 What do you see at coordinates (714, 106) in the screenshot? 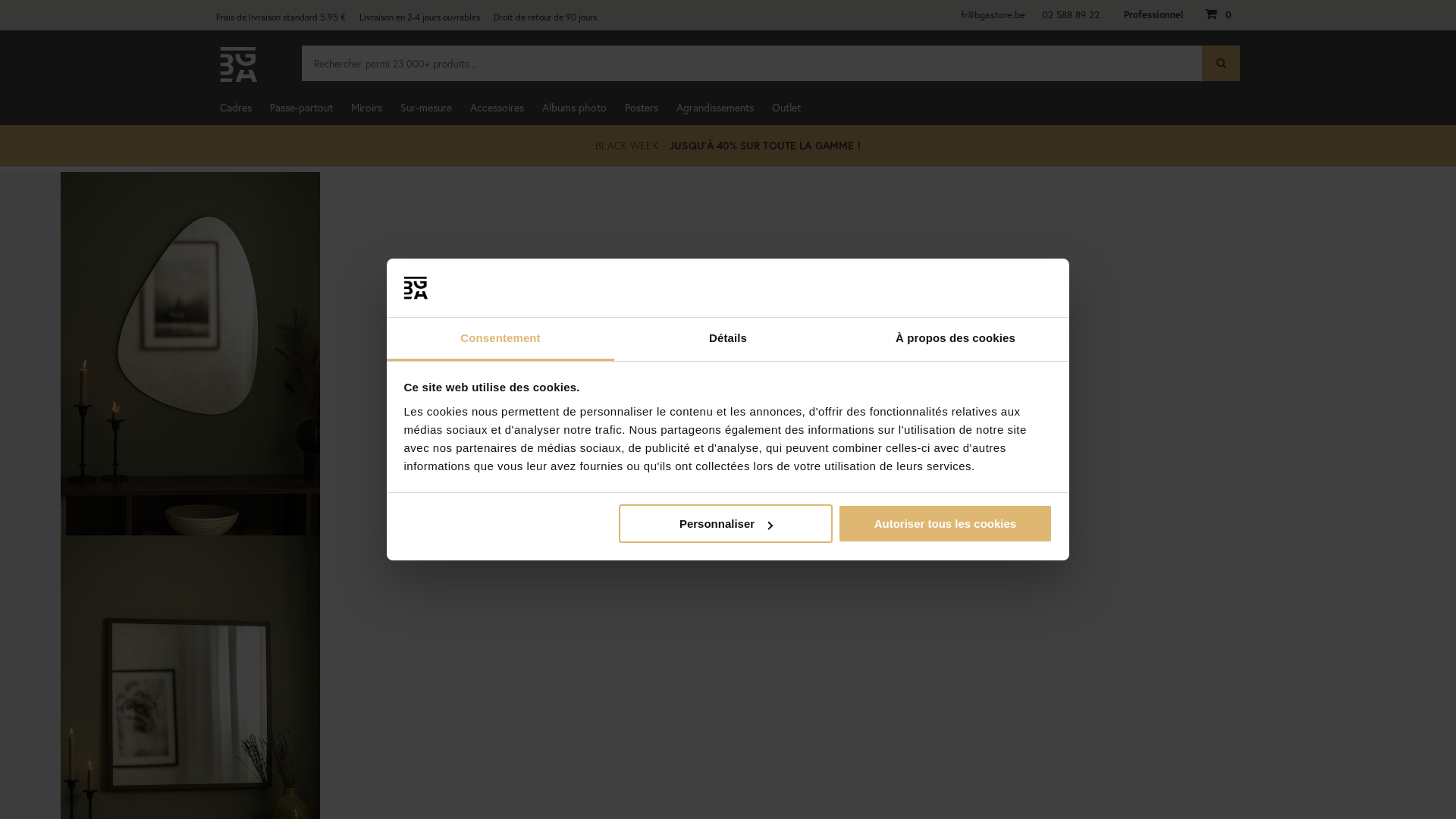
I see `'Agrandissements'` at bounding box center [714, 106].